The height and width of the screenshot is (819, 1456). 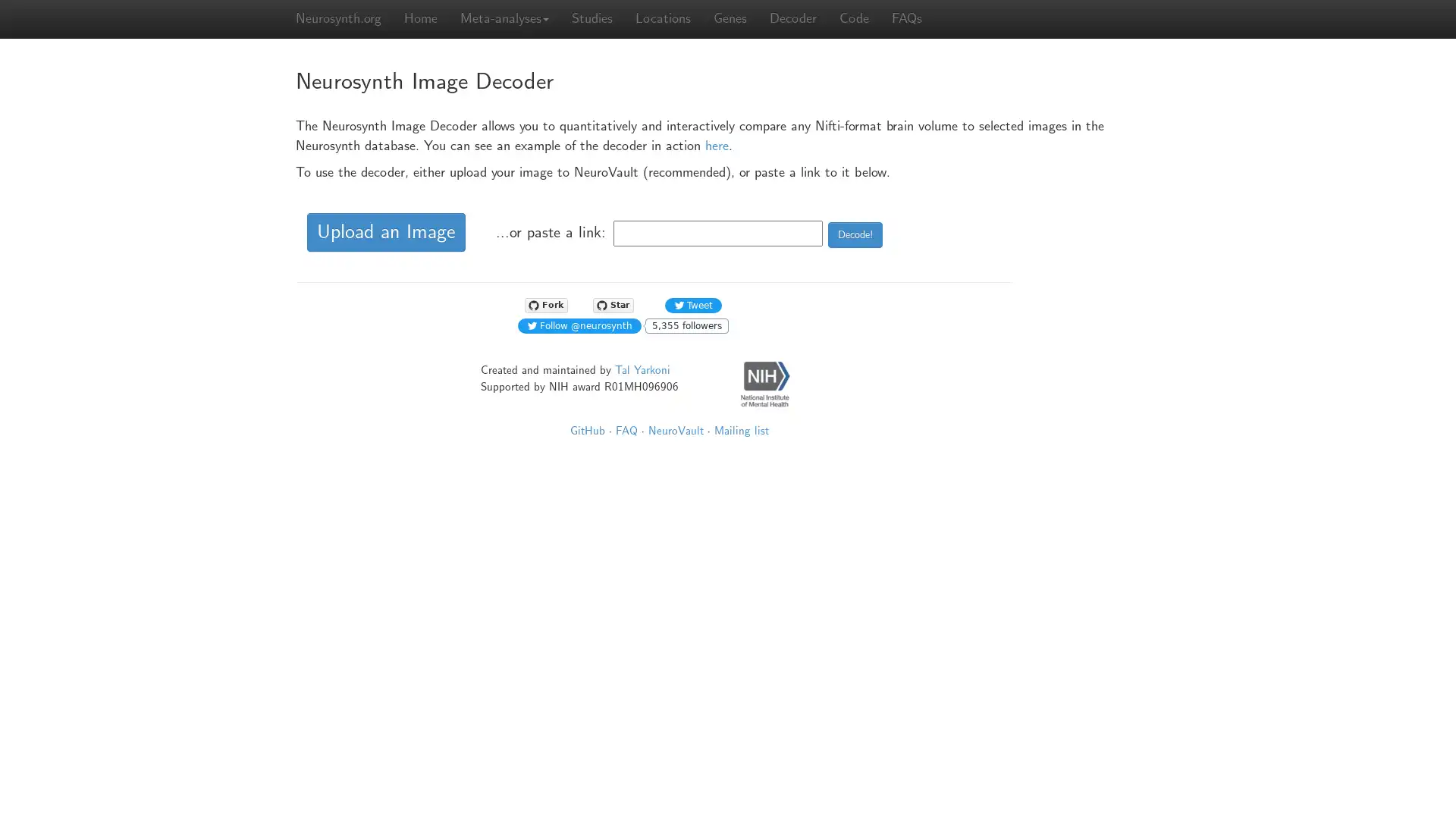 What do you see at coordinates (386, 232) in the screenshot?
I see `Upload an Image` at bounding box center [386, 232].